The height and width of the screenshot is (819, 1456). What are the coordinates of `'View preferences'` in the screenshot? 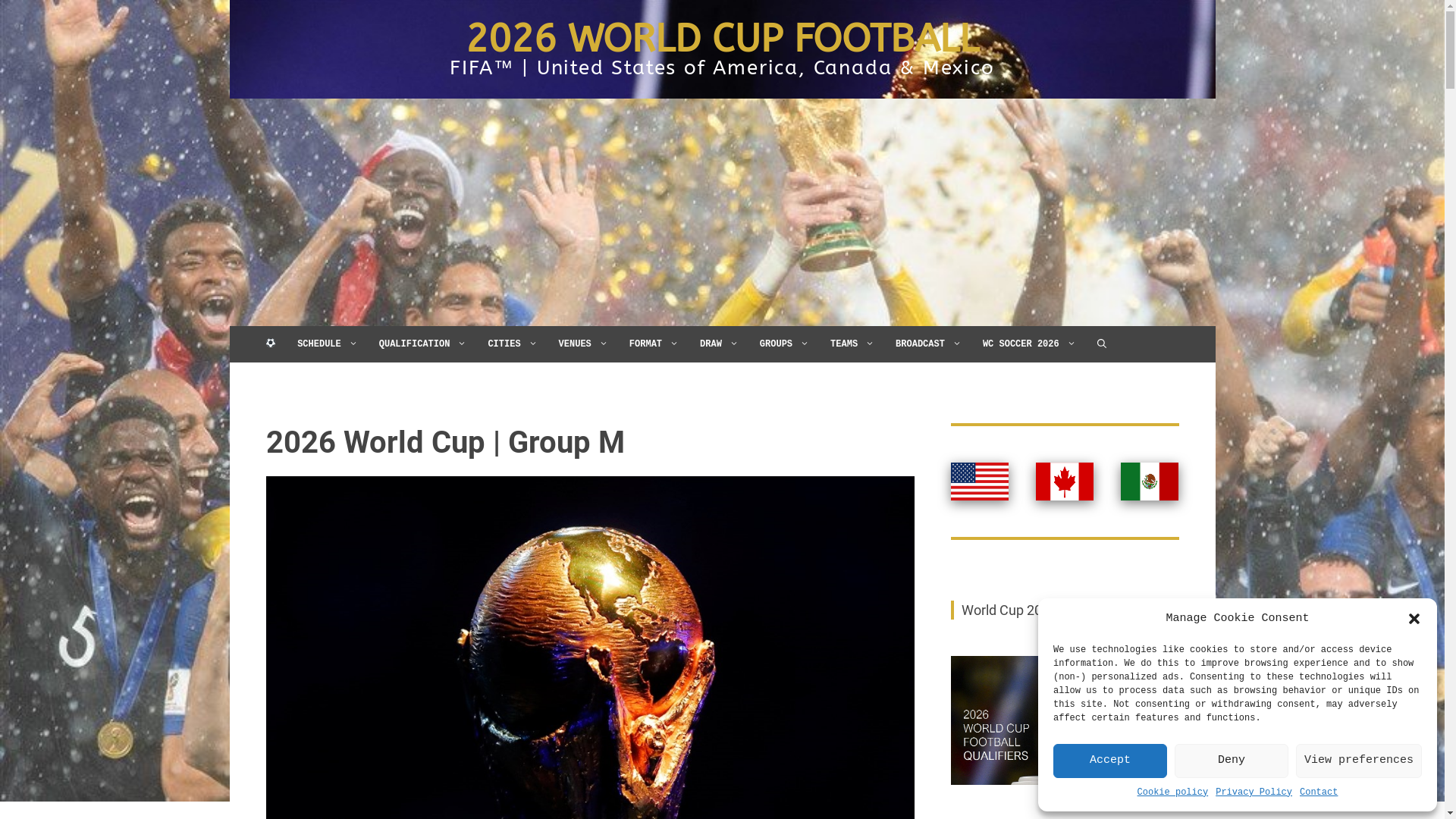 It's located at (1358, 761).